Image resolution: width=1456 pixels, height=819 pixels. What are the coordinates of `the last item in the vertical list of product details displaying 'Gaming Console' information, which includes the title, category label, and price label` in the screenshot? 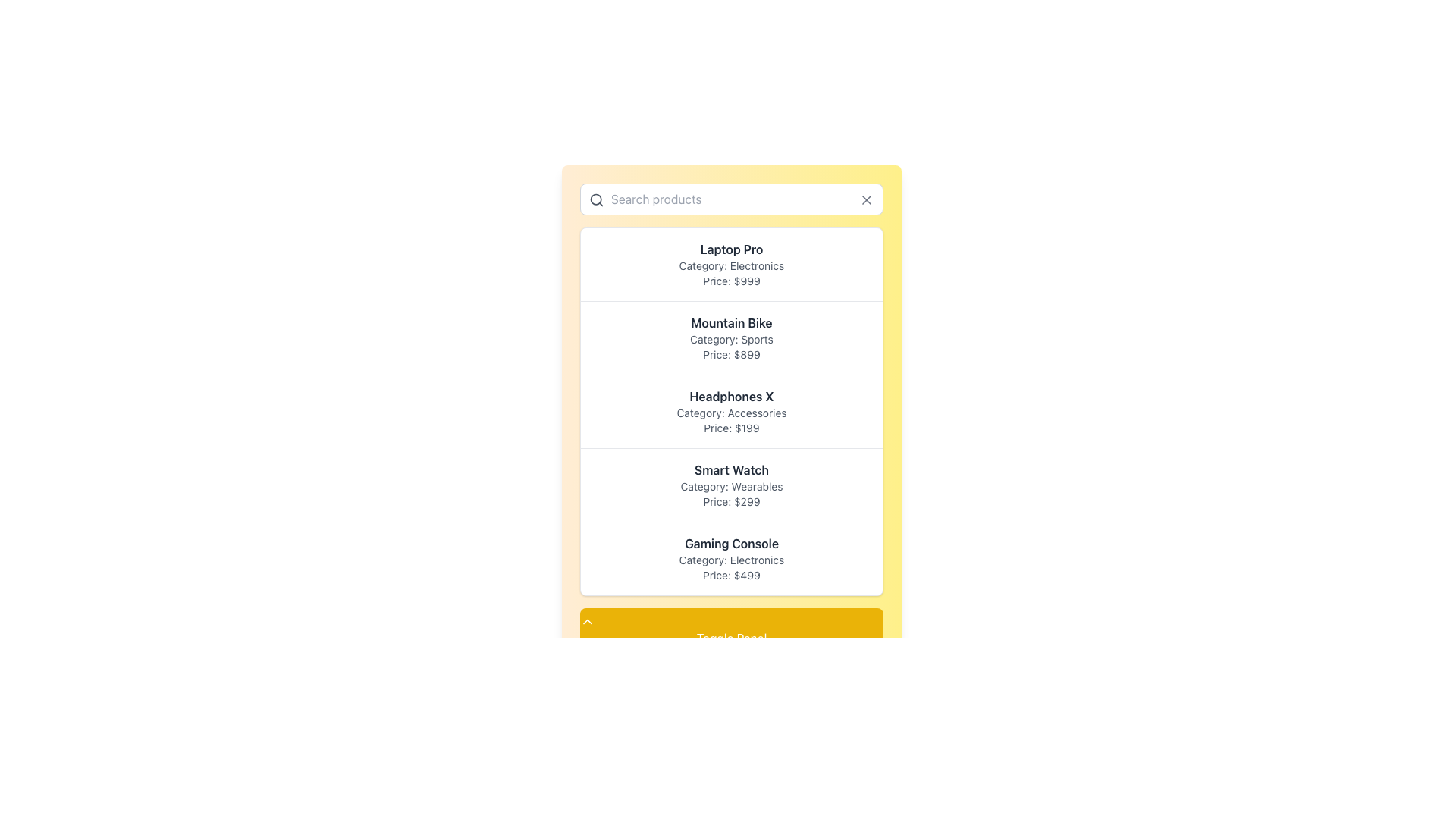 It's located at (731, 558).